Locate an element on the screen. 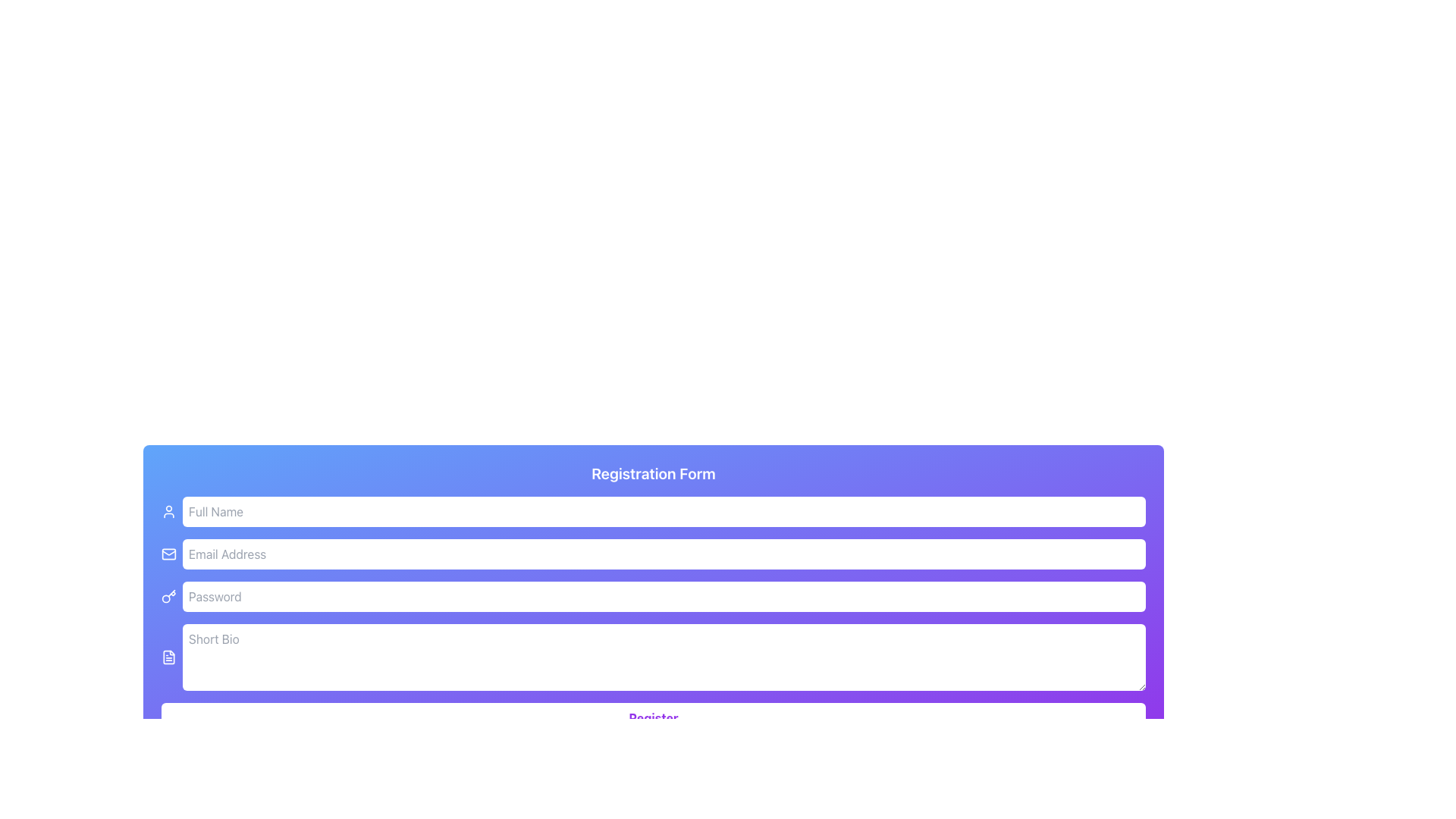 The width and height of the screenshot is (1456, 819). the icon that represents the input field for entering a user's full name, located to the left of the 'Full Name' input field is located at coordinates (168, 512).